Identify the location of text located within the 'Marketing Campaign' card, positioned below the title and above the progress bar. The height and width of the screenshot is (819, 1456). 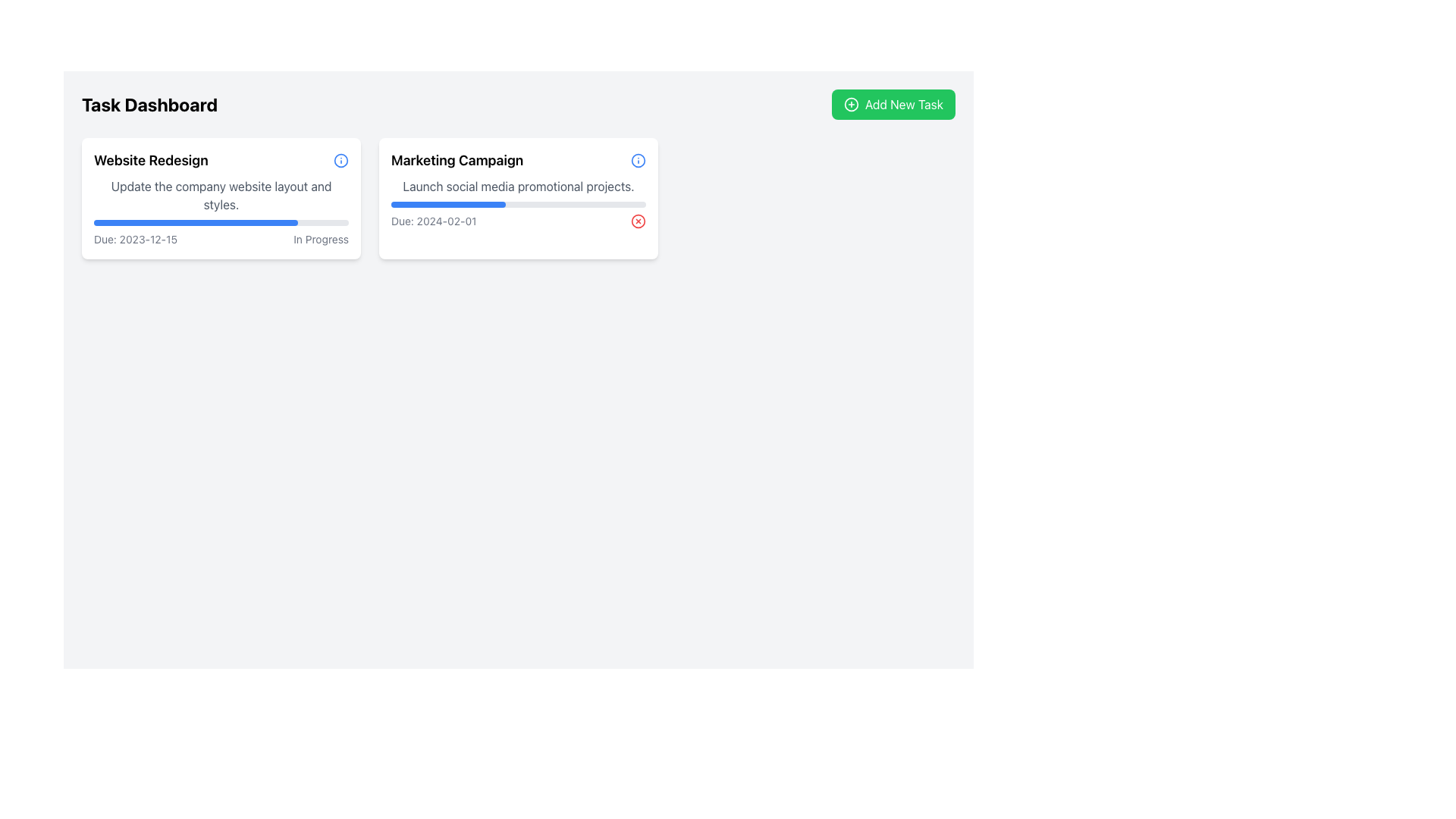
(519, 186).